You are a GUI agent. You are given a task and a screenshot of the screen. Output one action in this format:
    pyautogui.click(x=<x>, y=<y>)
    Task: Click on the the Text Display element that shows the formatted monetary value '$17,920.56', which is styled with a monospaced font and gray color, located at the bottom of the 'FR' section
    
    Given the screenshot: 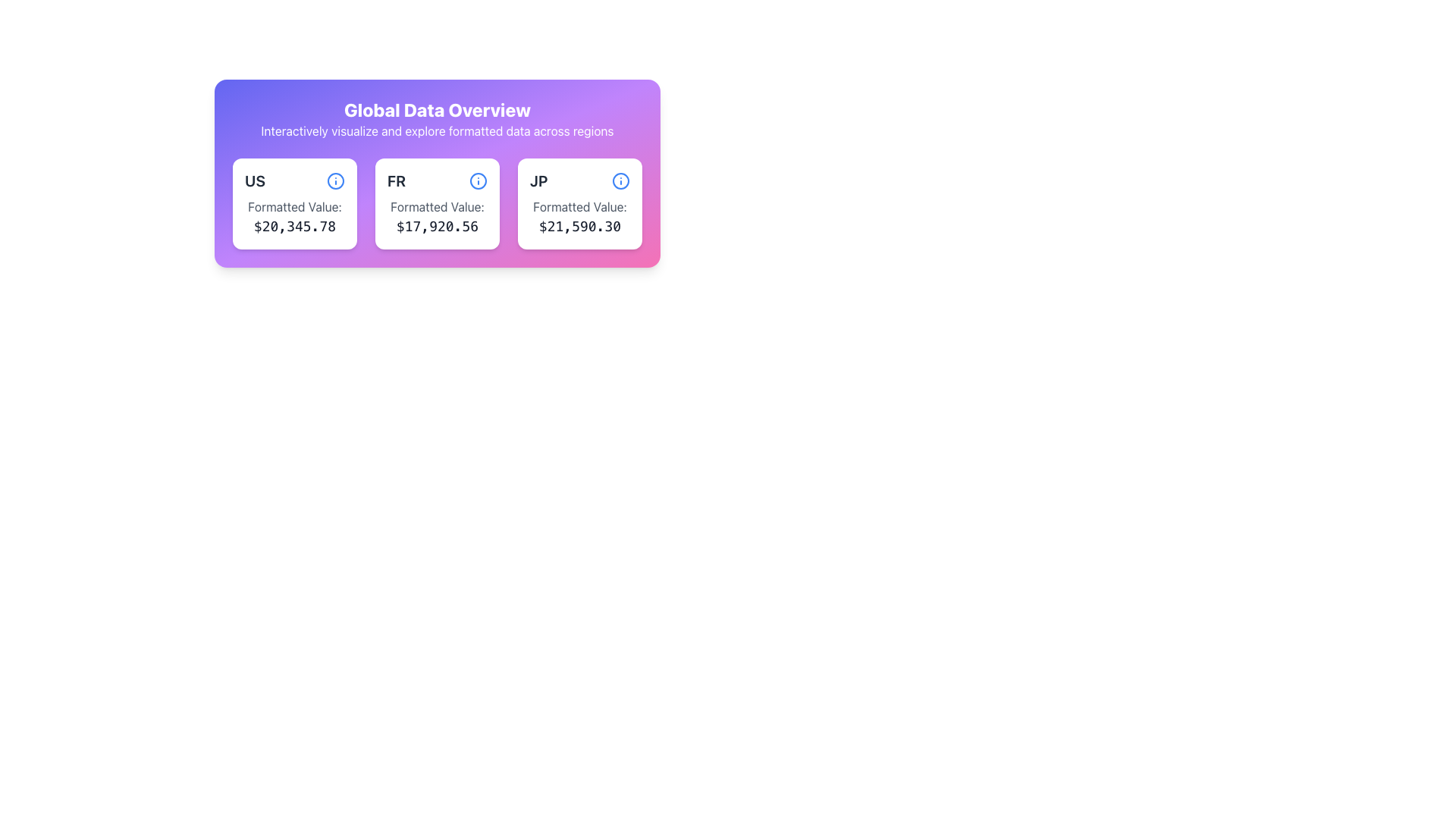 What is the action you would take?
    pyautogui.click(x=436, y=227)
    